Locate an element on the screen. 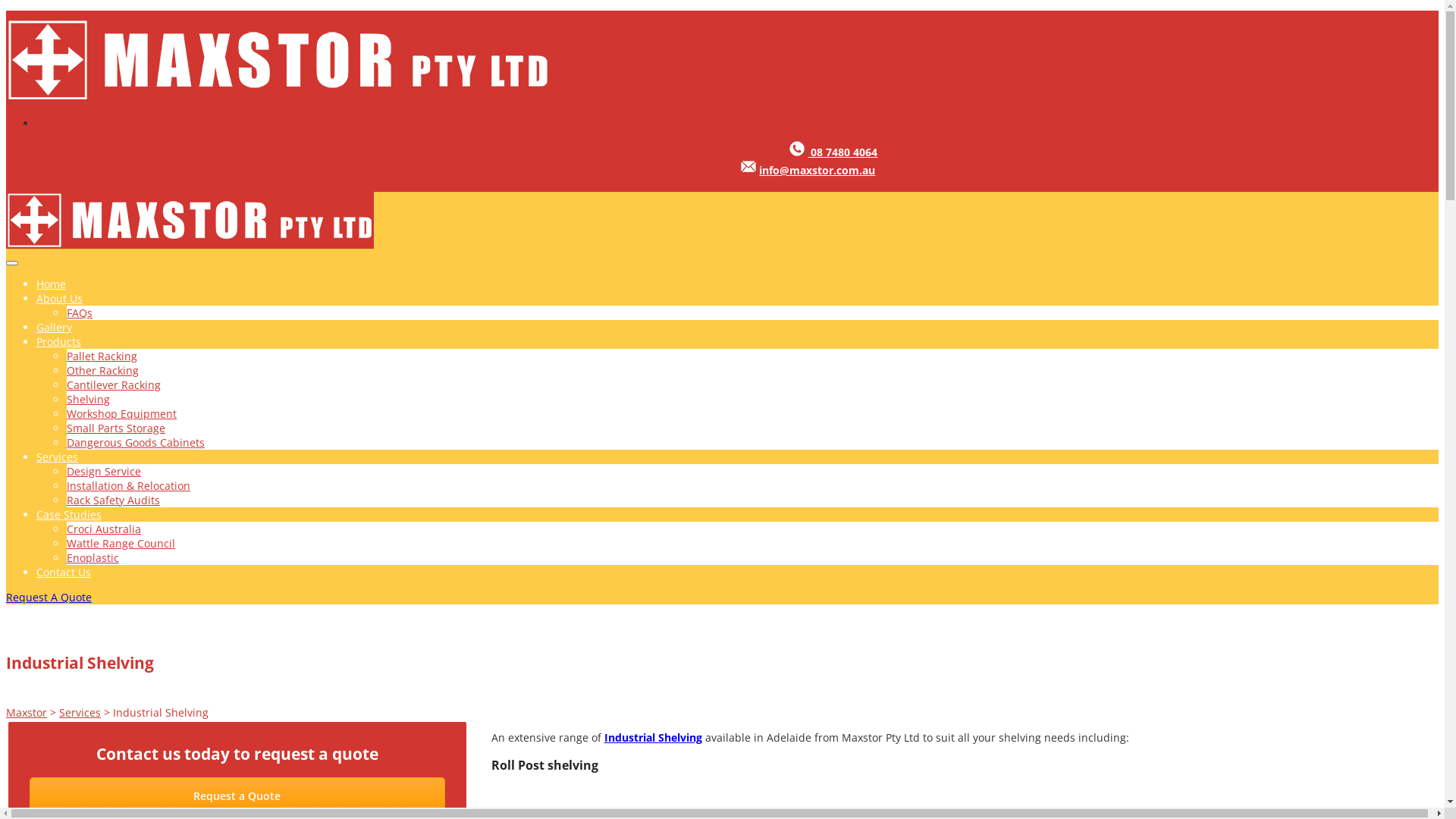  'Contact Us' is located at coordinates (62, 572).